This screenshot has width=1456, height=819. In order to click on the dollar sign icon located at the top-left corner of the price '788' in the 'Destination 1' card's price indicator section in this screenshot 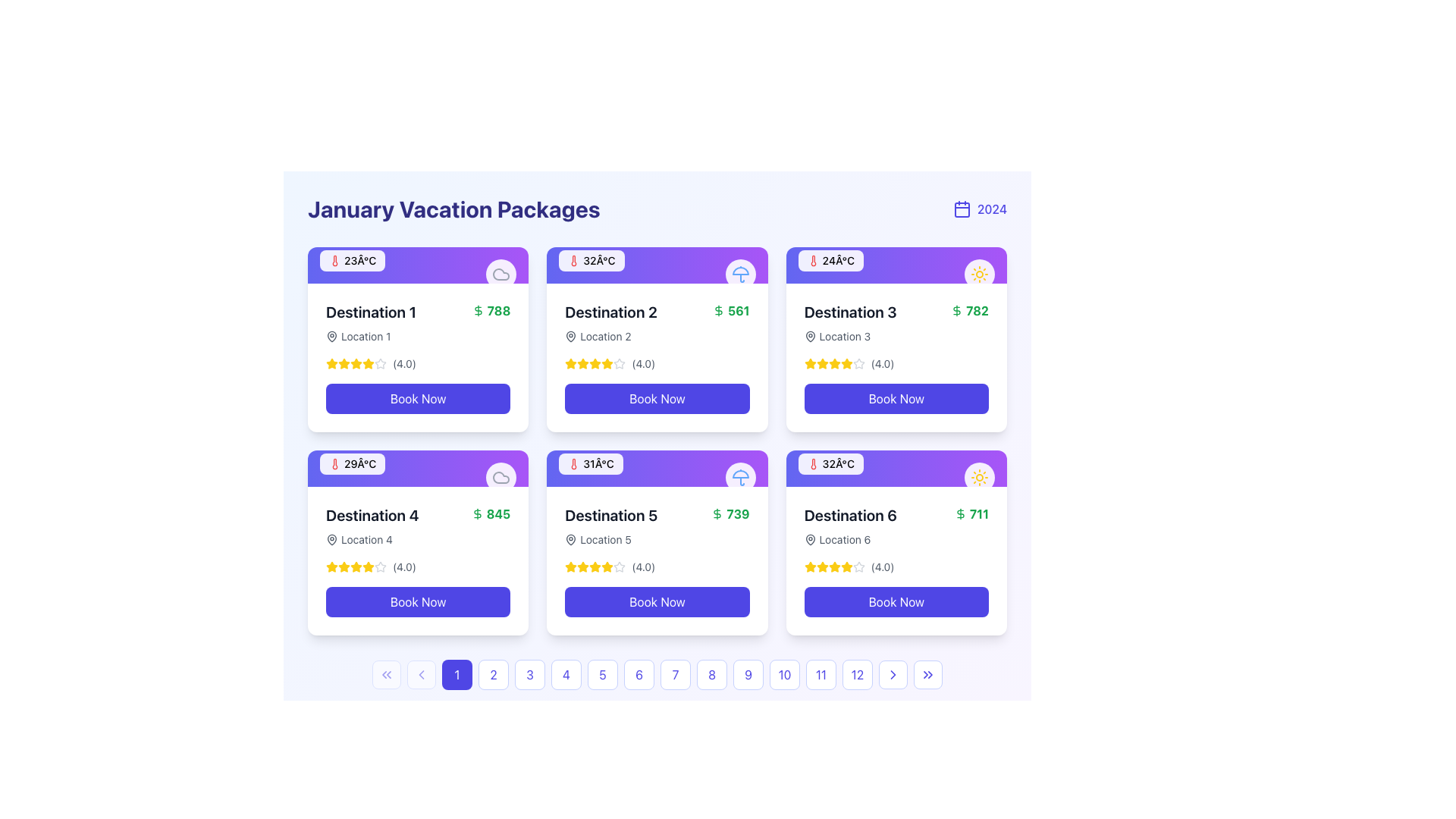, I will do `click(477, 309)`.